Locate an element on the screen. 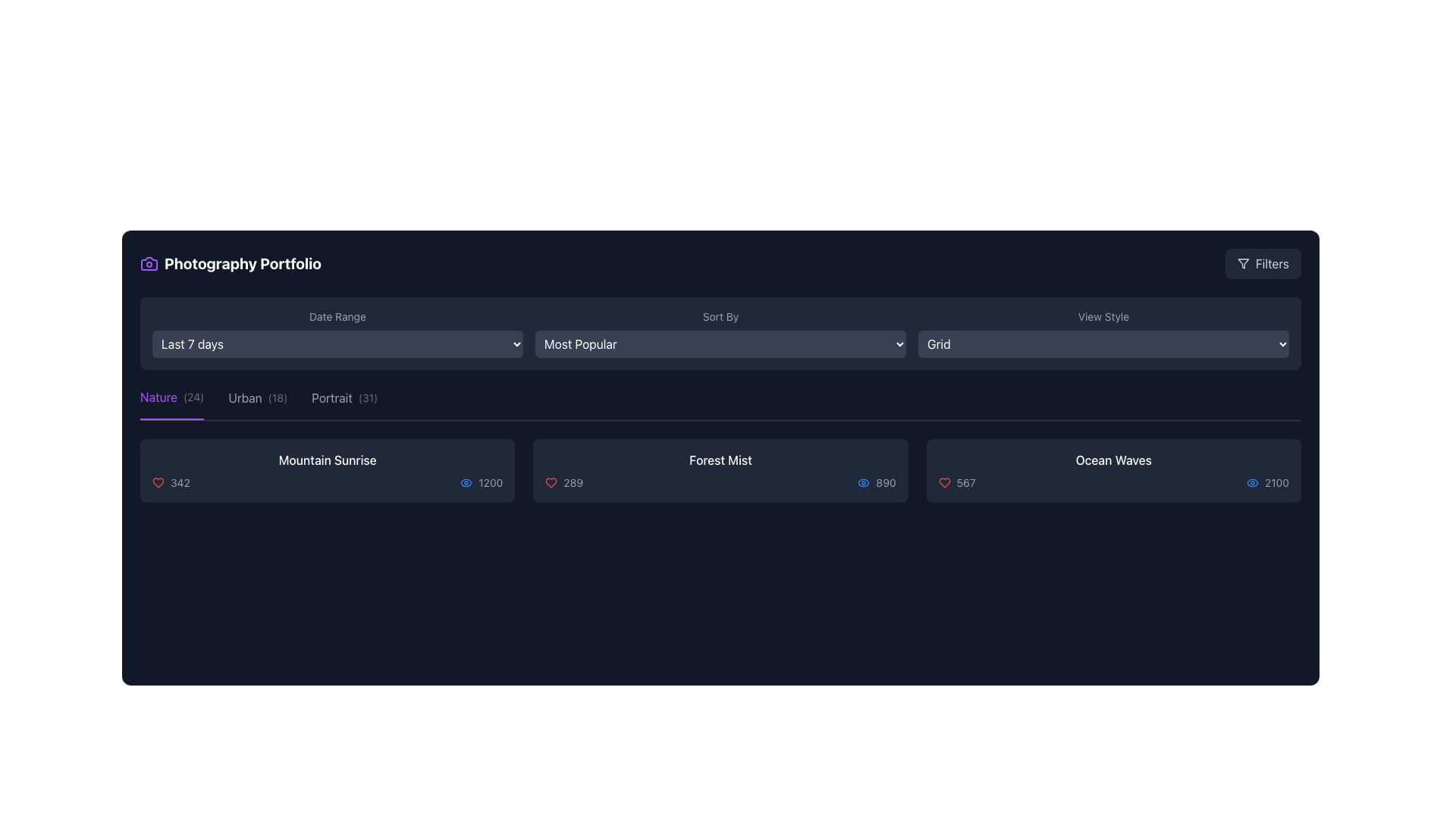 This screenshot has width=1456, height=819. the Text label indicating the number of items in the 'Nature' category, located adjacent to the 'Nature' text and above the separator line is located at coordinates (193, 397).